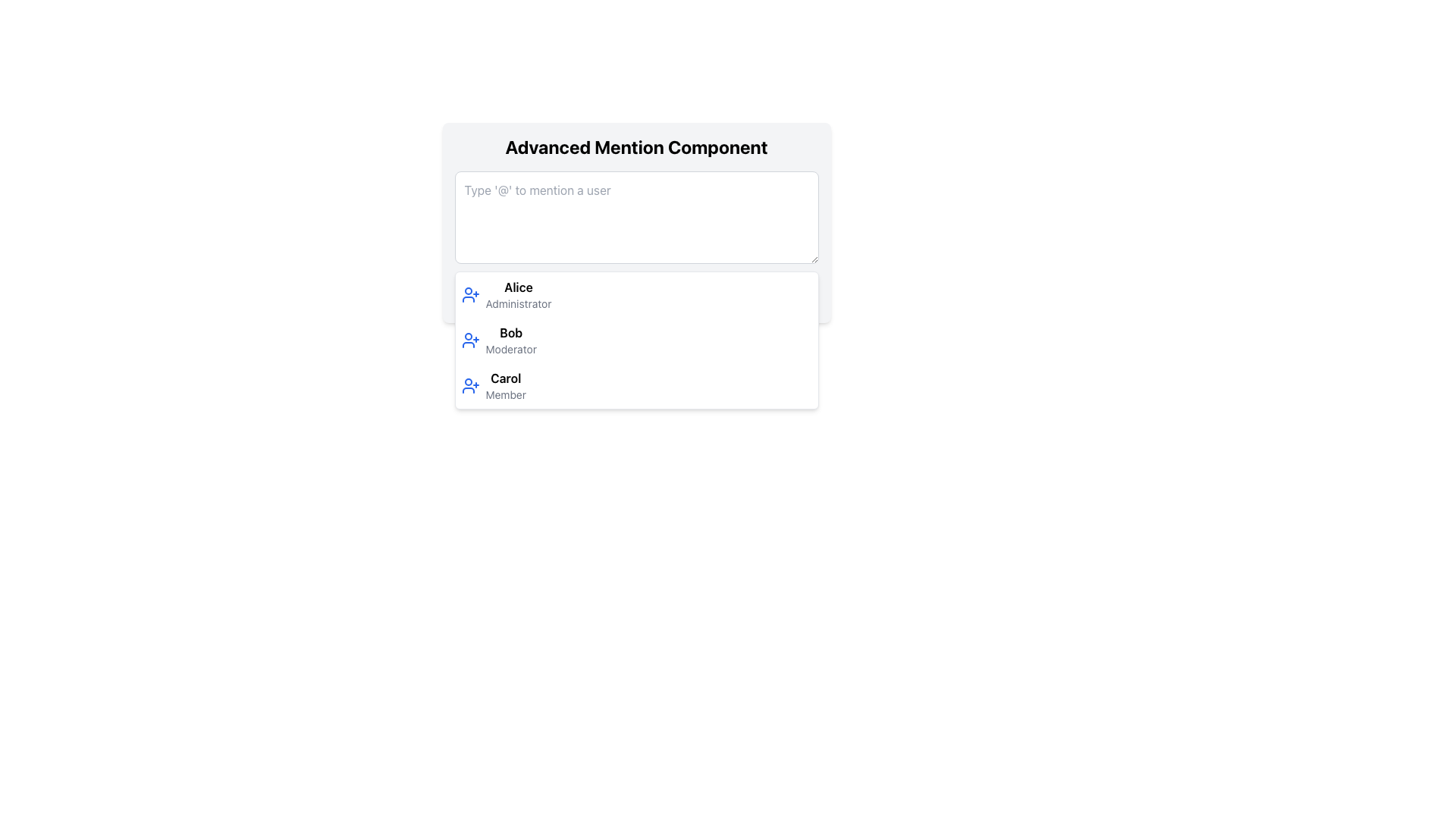 This screenshot has width=1456, height=819. I want to click on to select the user entry for Carol, who is listed as the third item in the dropdown-like component after Alice and Bob, so click(506, 385).